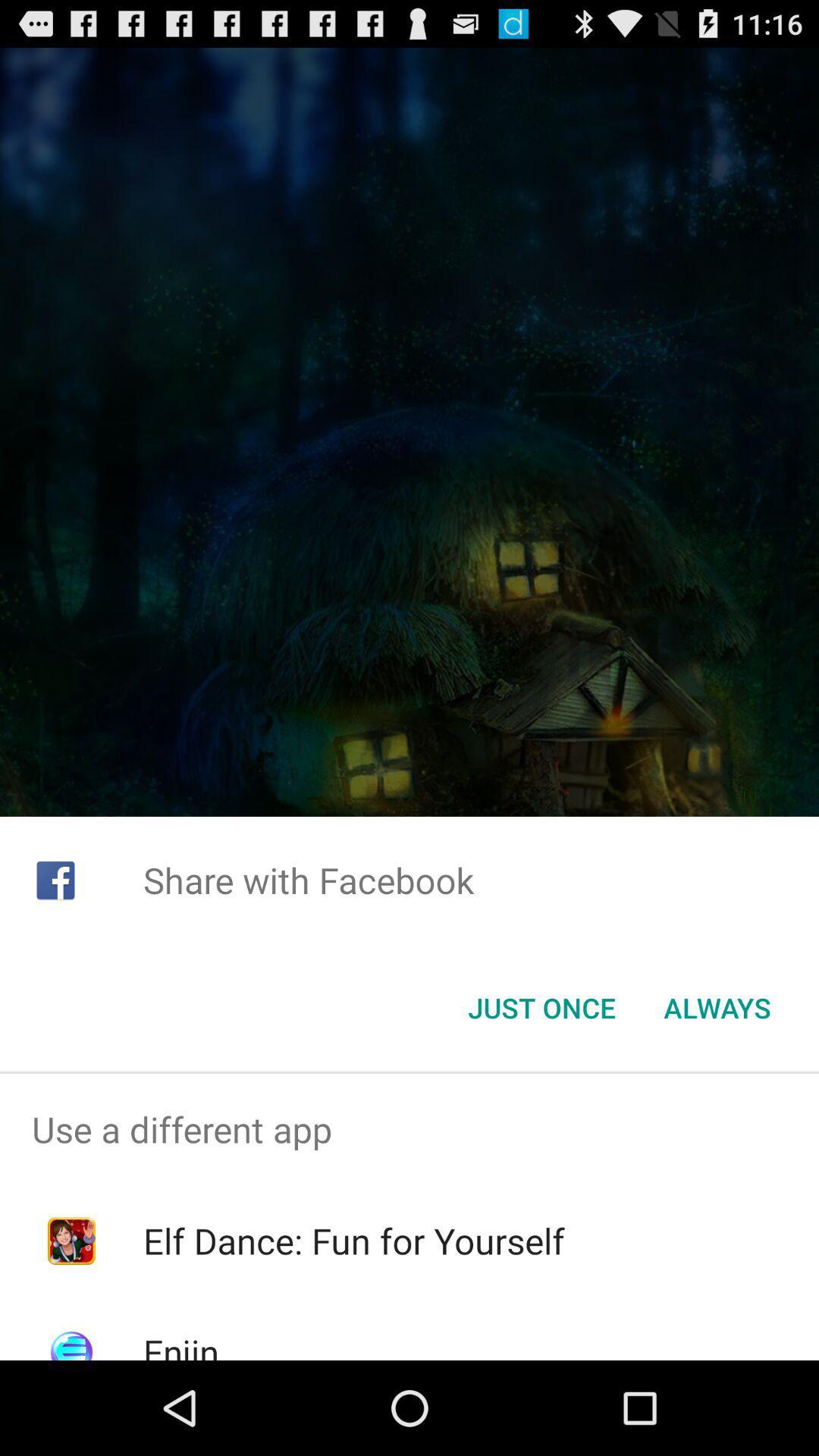 The width and height of the screenshot is (819, 1456). Describe the element at coordinates (353, 1241) in the screenshot. I see `elf dance fun` at that location.